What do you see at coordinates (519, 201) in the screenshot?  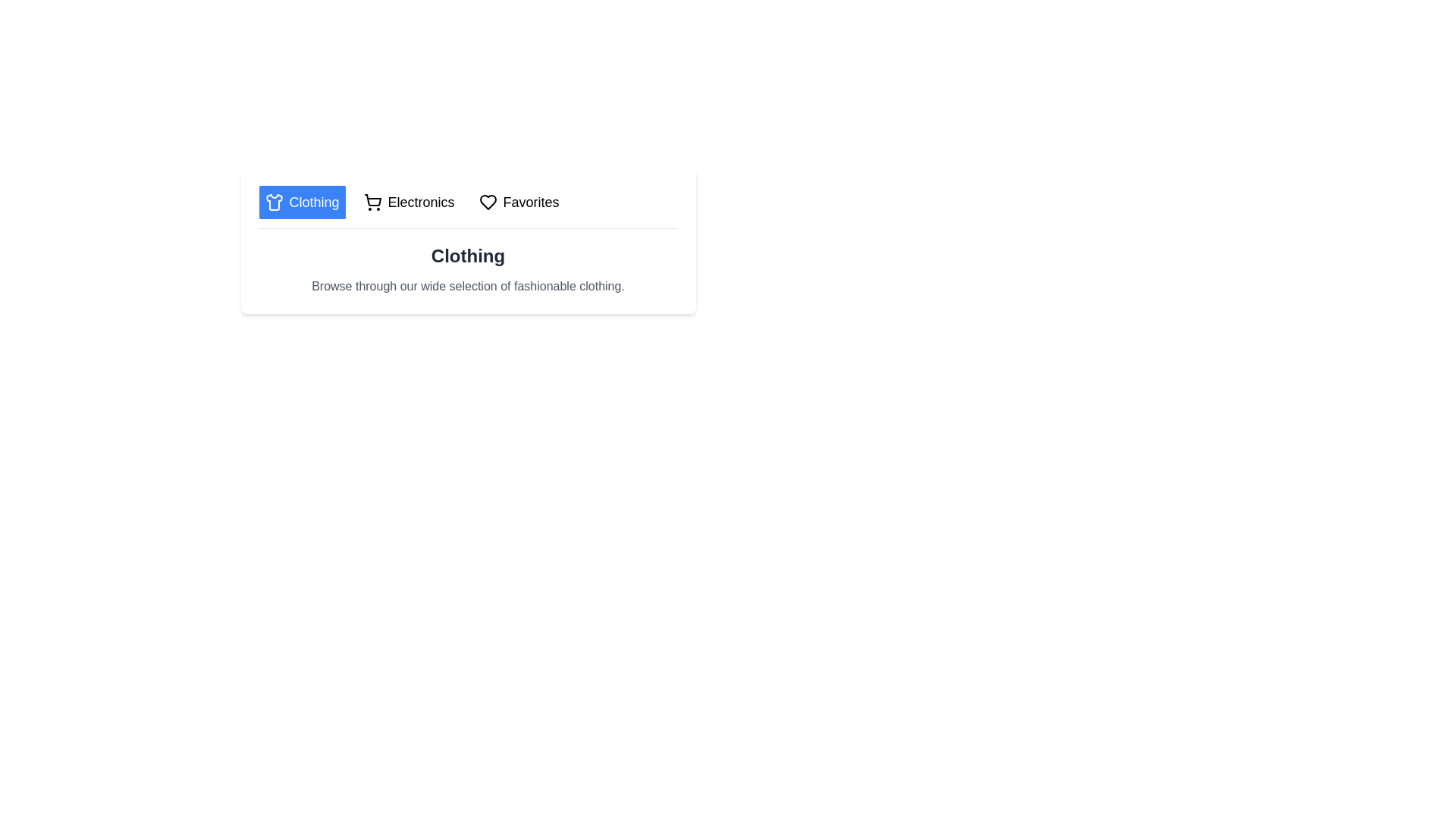 I see `the tab labeled Favorites to select it` at bounding box center [519, 201].